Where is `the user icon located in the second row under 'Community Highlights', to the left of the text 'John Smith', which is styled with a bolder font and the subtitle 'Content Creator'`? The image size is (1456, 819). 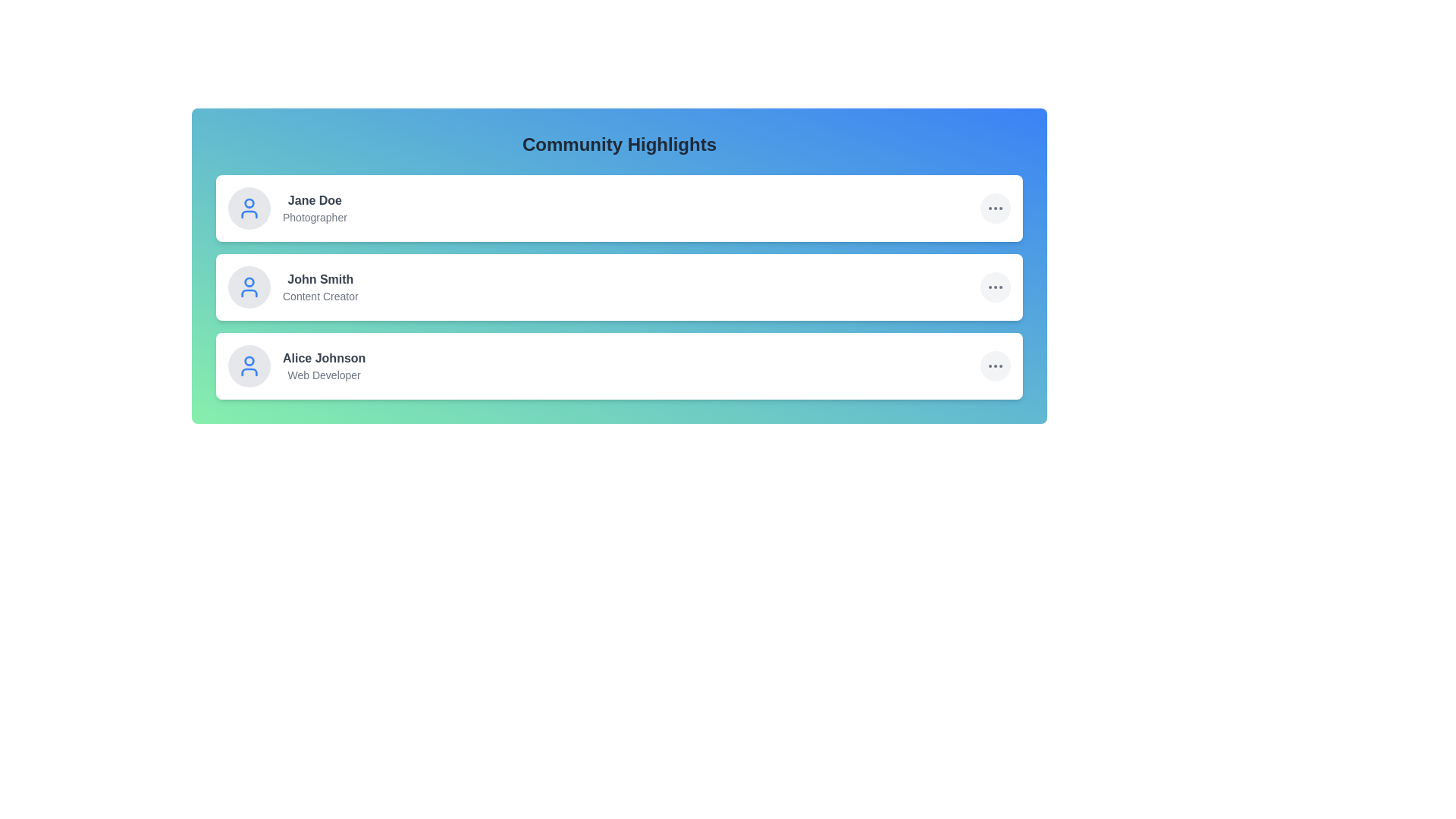 the user icon located in the second row under 'Community Highlights', to the left of the text 'John Smith', which is styled with a bolder font and the subtitle 'Content Creator' is located at coordinates (249, 287).